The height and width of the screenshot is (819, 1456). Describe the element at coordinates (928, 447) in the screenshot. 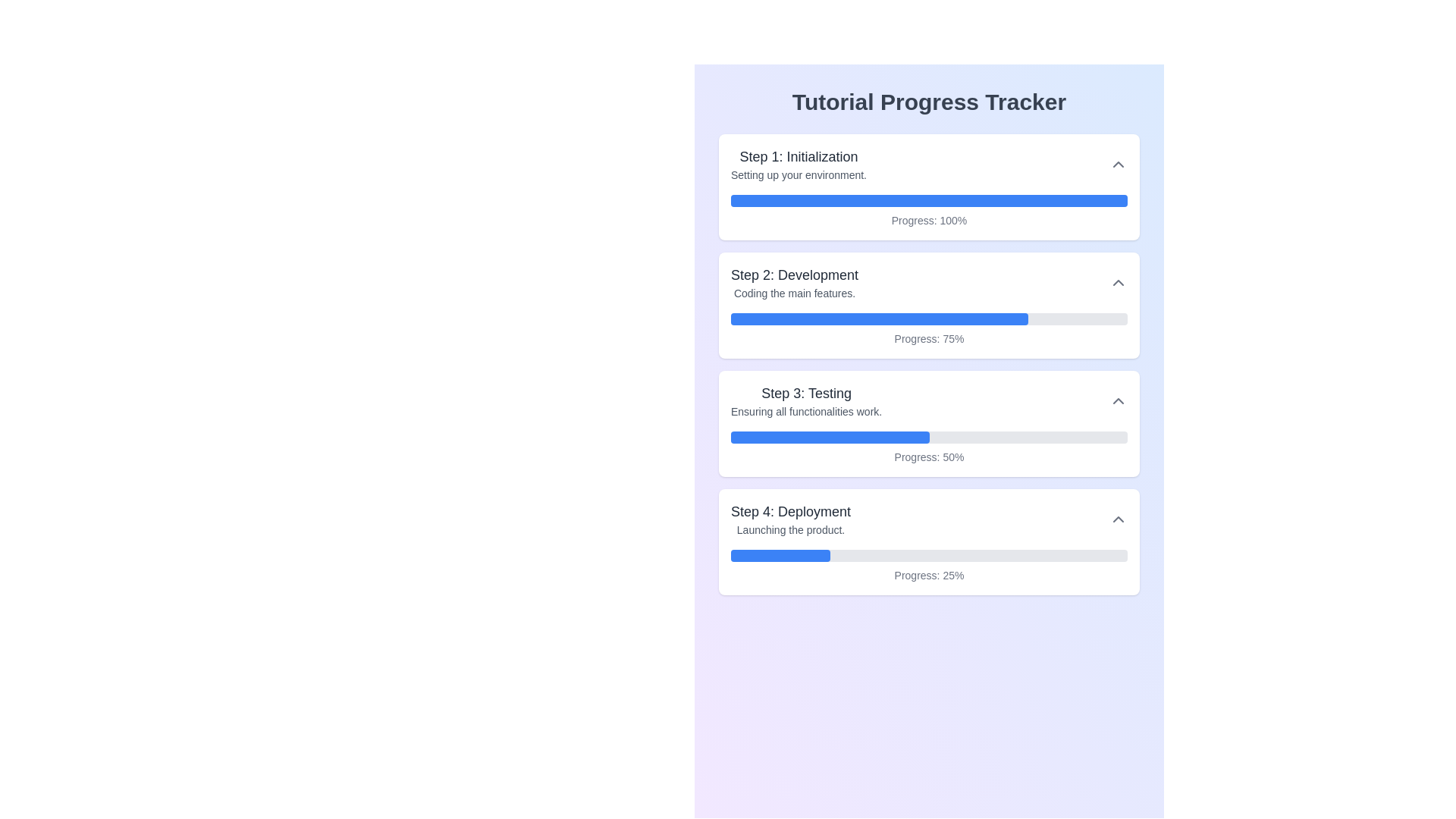

I see `the visual progress indicator, which is a progress bar with a blue section indicating progress, located in the 'Step 3: Testing' section` at that location.